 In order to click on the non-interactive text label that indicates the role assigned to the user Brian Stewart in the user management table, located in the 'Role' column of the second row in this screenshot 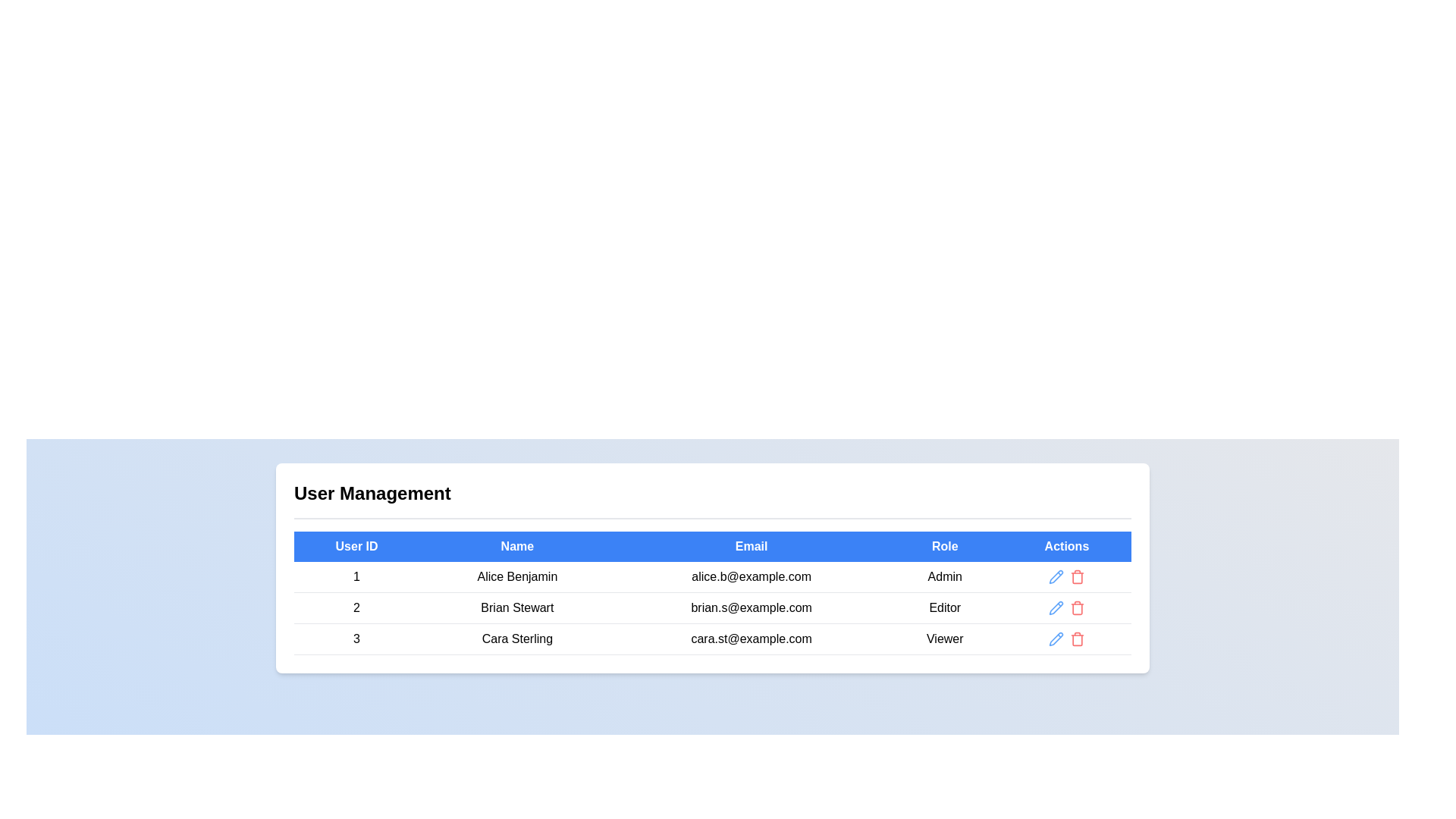, I will do `click(944, 607)`.